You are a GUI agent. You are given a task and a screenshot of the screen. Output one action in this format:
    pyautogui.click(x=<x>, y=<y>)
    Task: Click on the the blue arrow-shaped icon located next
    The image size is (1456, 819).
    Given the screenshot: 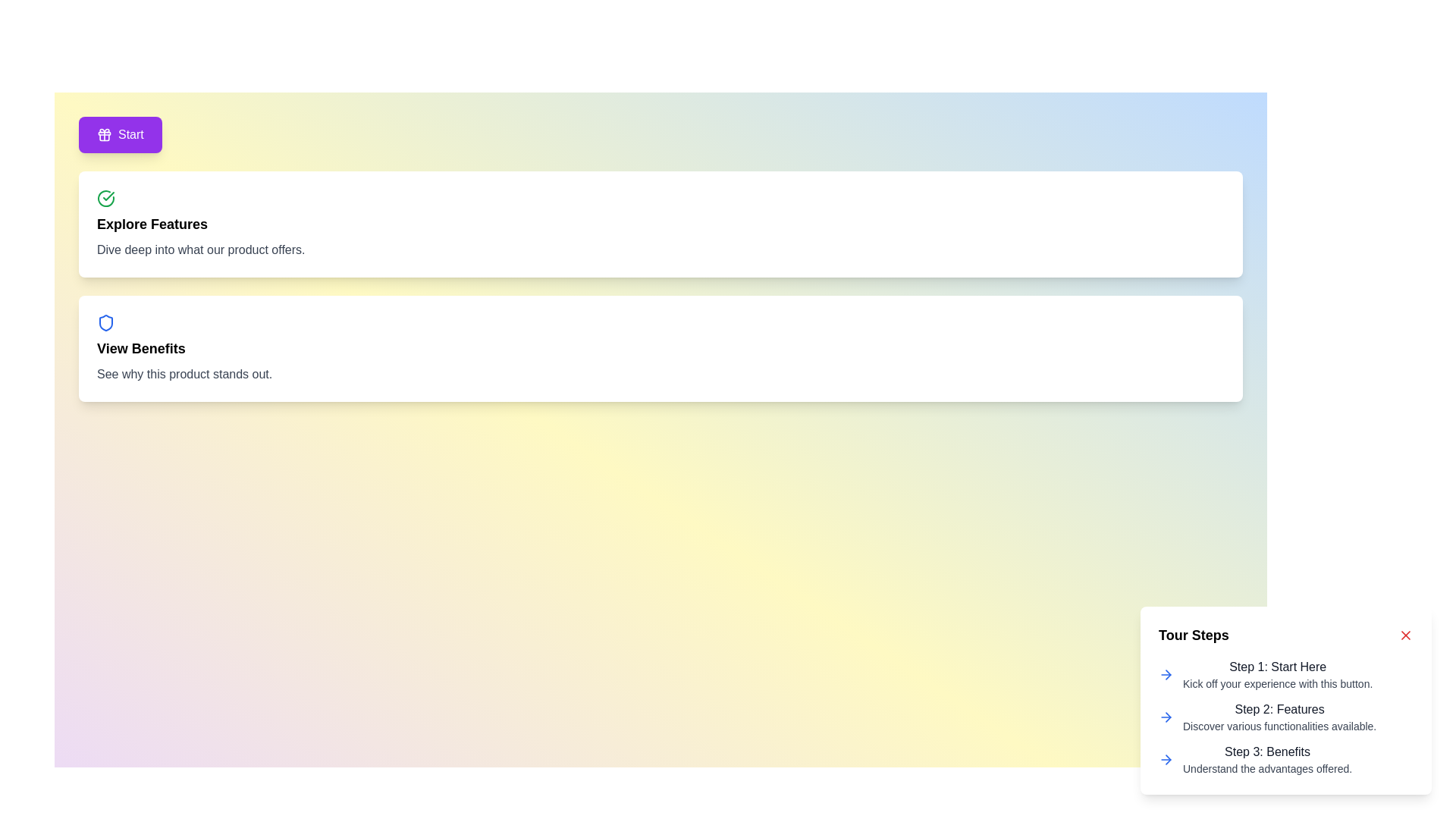 What is the action you would take?
    pyautogui.click(x=1165, y=674)
    